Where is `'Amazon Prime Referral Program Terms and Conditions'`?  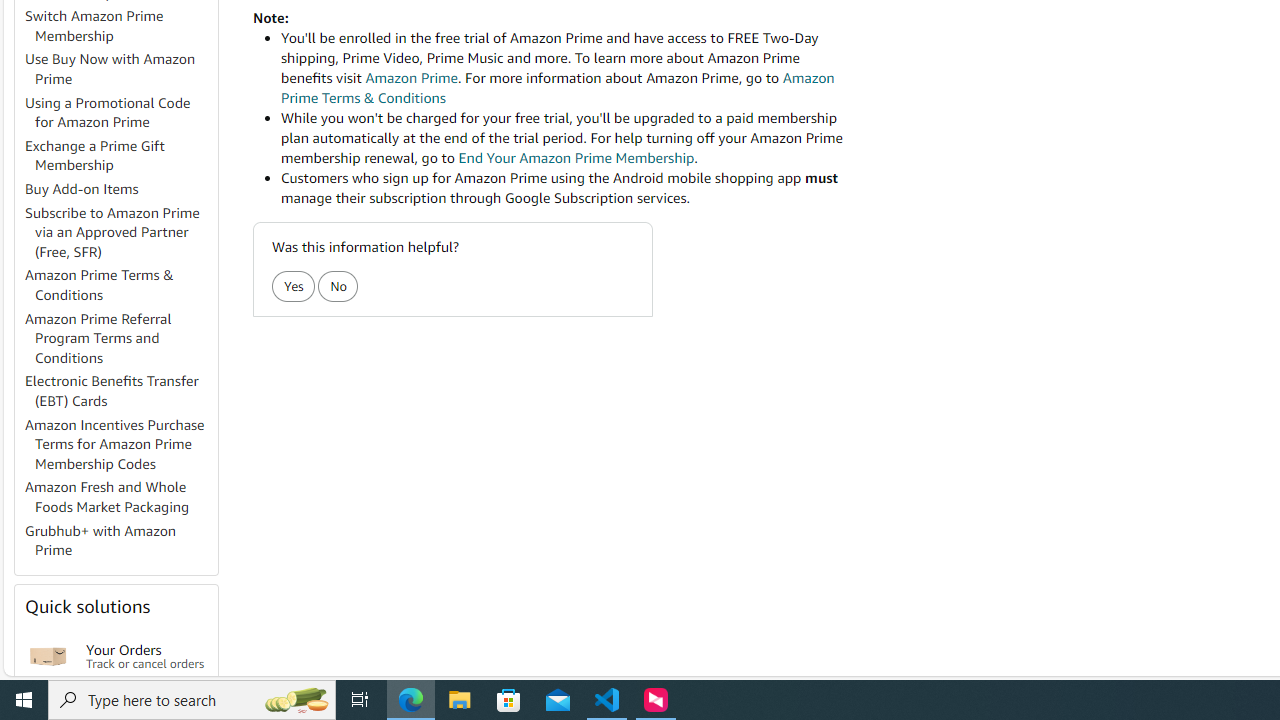
'Amazon Prime Referral Program Terms and Conditions' is located at coordinates (97, 337).